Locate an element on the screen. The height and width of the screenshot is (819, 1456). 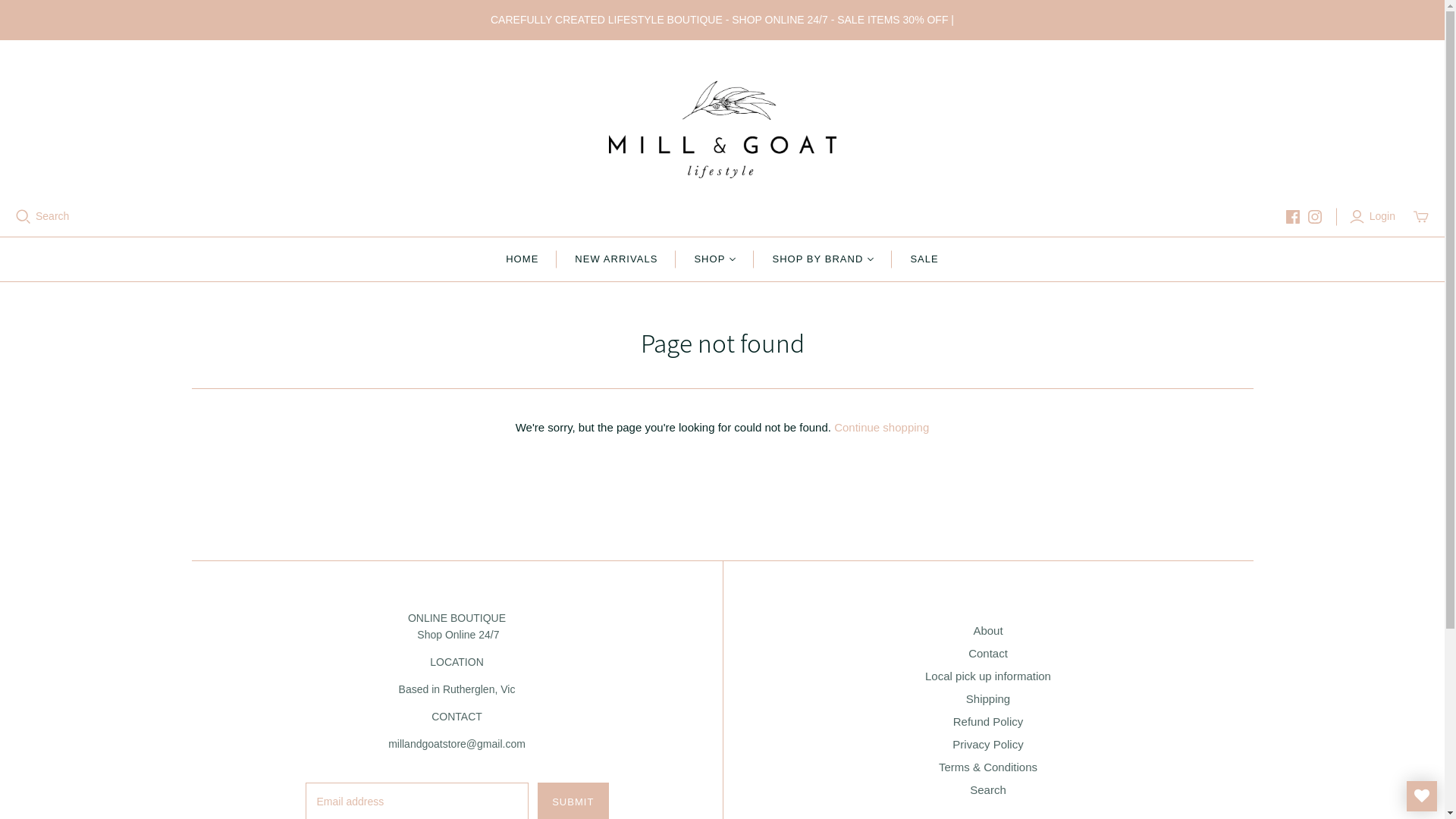
'HOME' is located at coordinates (522, 259).